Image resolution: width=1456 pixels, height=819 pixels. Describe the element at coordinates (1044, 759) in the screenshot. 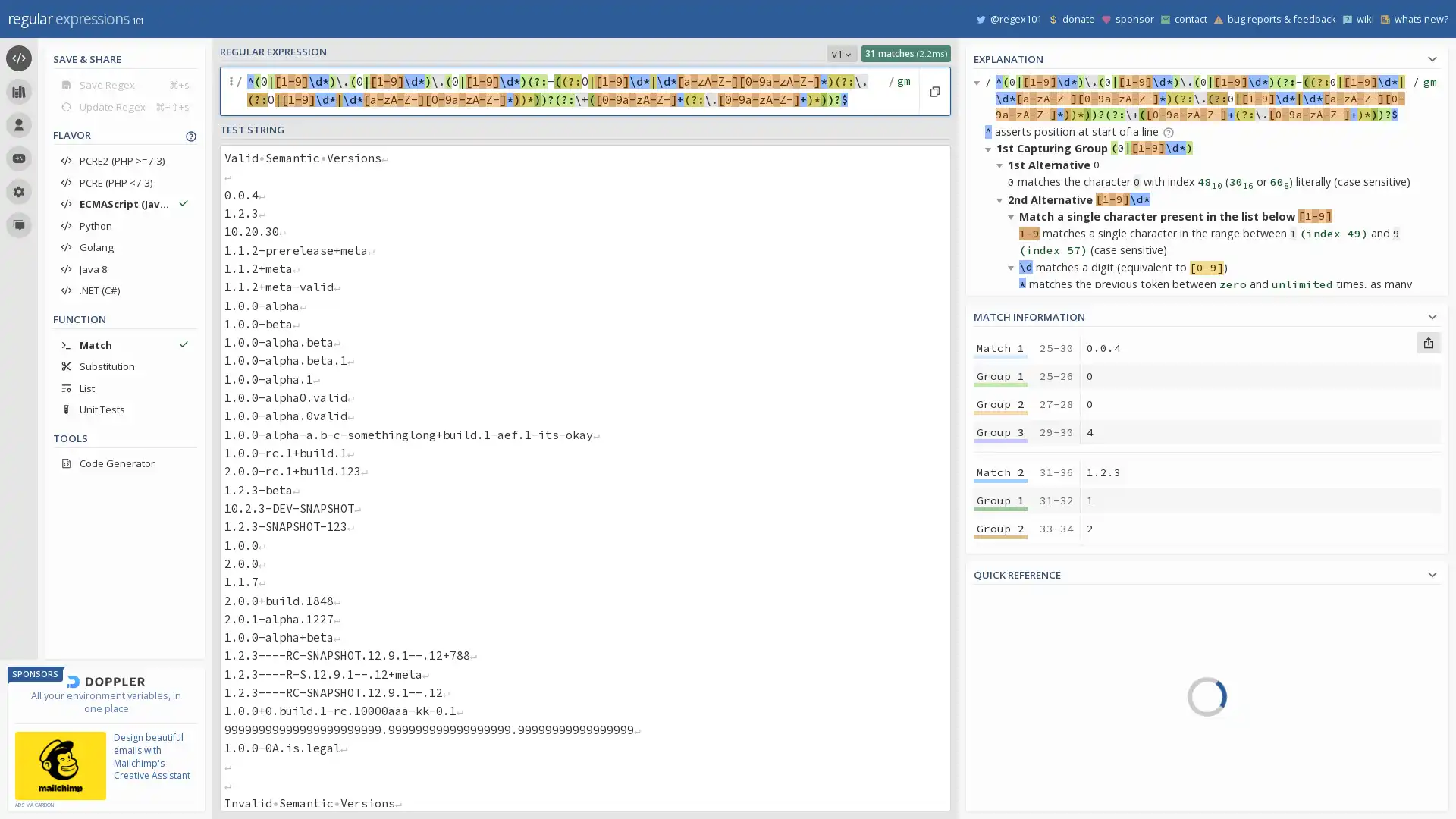

I see `Group Constructs` at that location.